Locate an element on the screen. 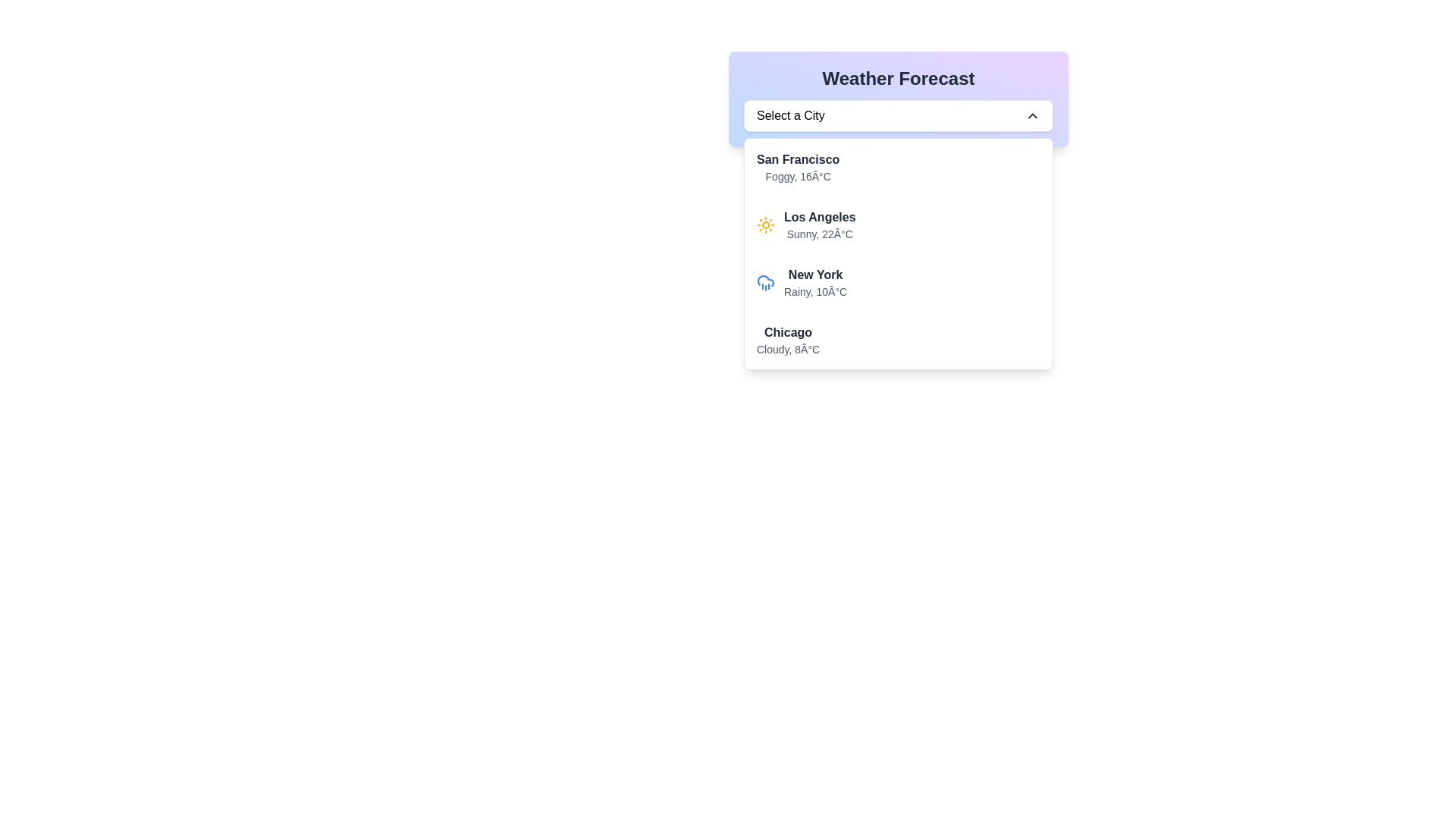  the Text Label displaying 'Chicago' in bold gray font, located below the 'Weather Forecast' heading in the weather forecast interface is located at coordinates (788, 332).